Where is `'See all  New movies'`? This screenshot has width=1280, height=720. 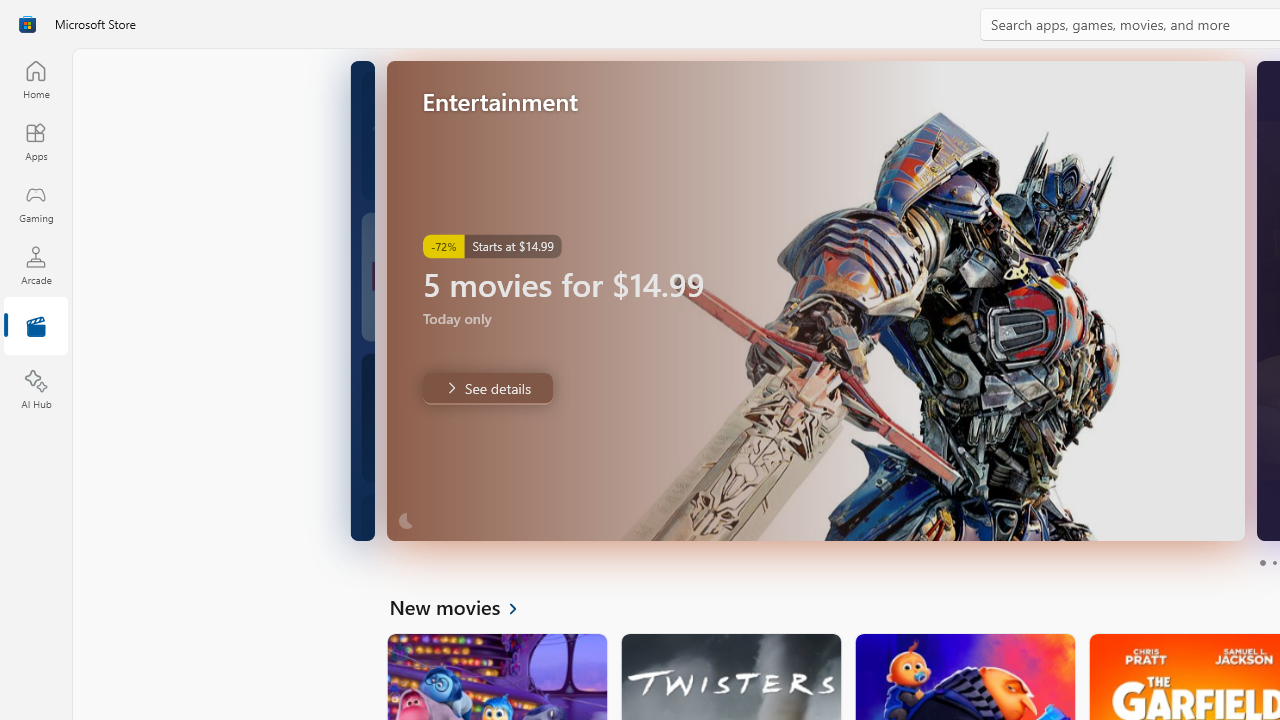
'See all  New movies' is located at coordinates (464, 605).